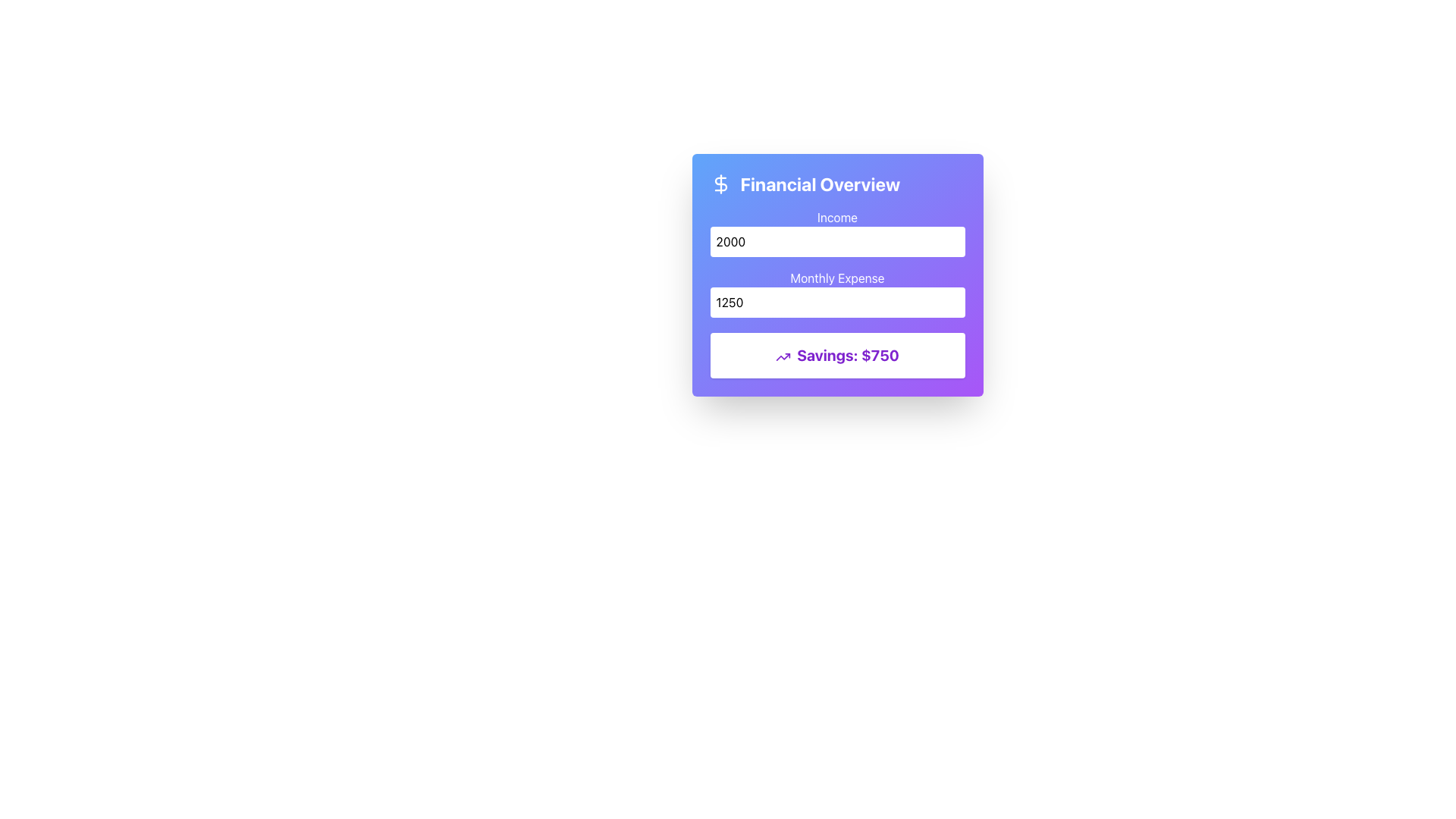  I want to click on properties of the curved line forming part of the dollar sign glyph in the SVG graphic, which is styled with a smooth stroke and is located within the financial overview card, so click(720, 184).